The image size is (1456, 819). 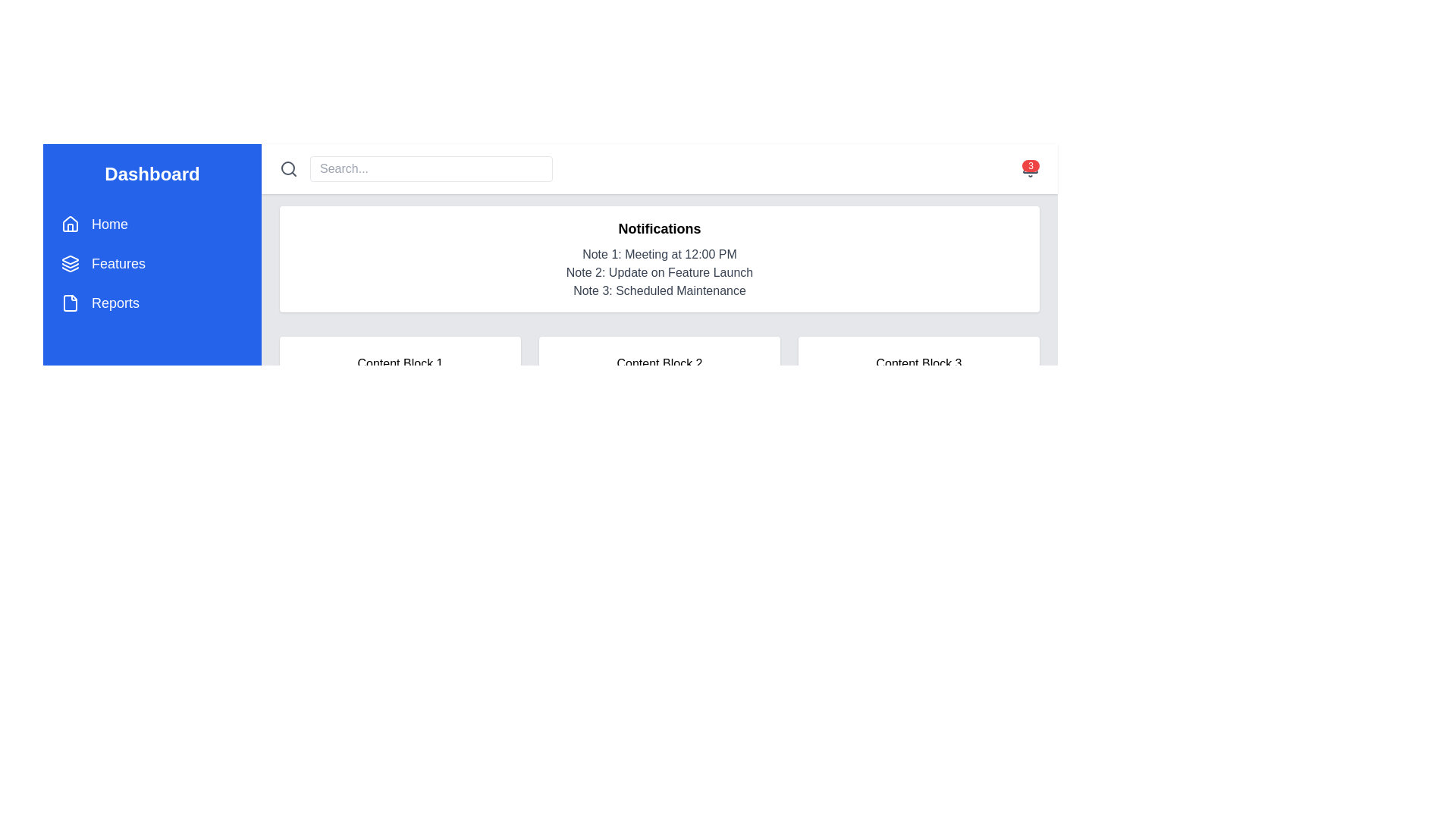 What do you see at coordinates (659, 271) in the screenshot?
I see `the text block displaying notes in the notifications section, which includes 'Note 1: Meeting at 12:00 PM', 'Note 2: Update on Feature Launch', and 'Note 3: Scheduled Maintenance'` at bounding box center [659, 271].